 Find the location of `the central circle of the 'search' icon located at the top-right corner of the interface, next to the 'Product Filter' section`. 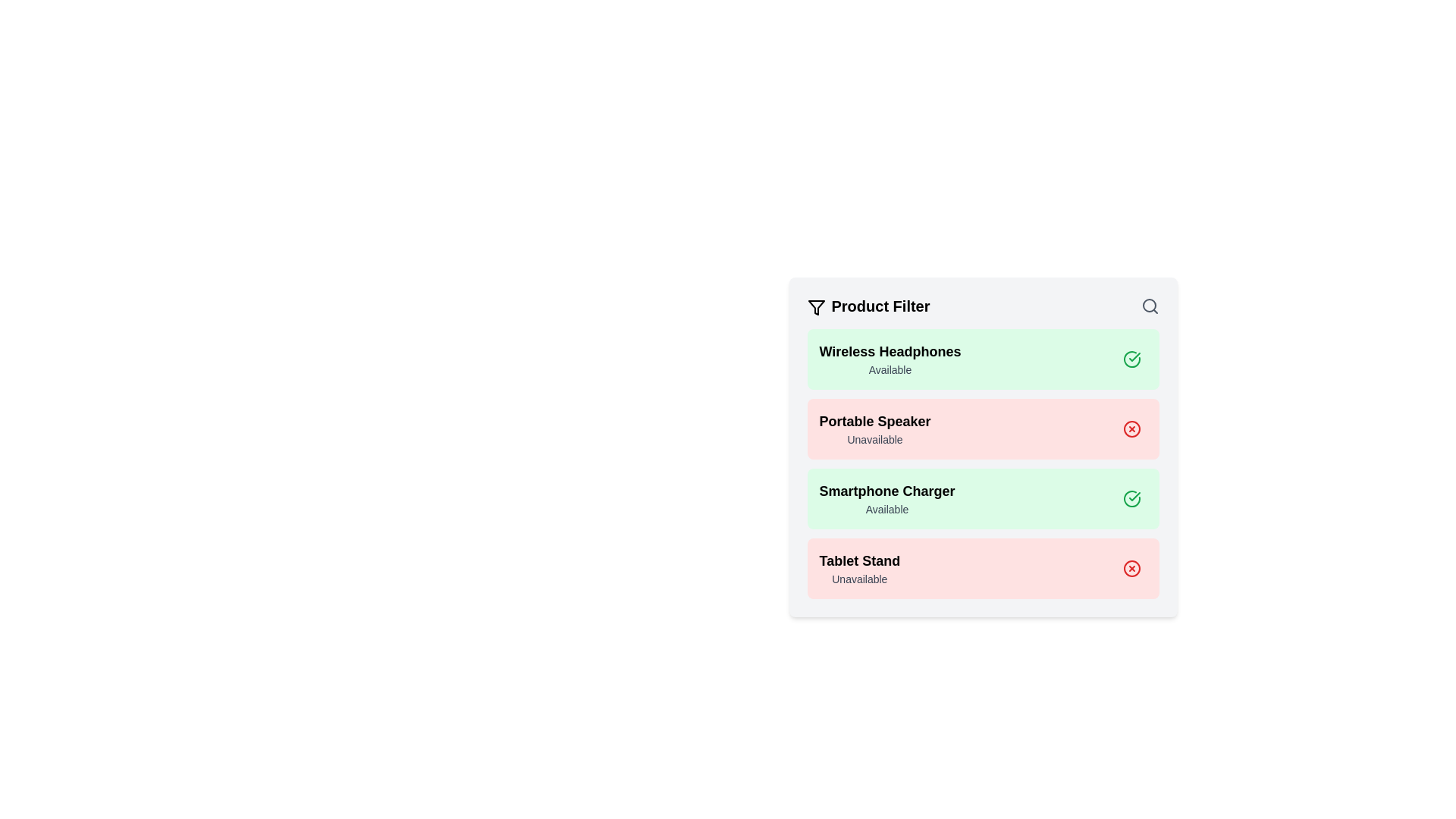

the central circle of the 'search' icon located at the top-right corner of the interface, next to the 'Product Filter' section is located at coordinates (1149, 305).